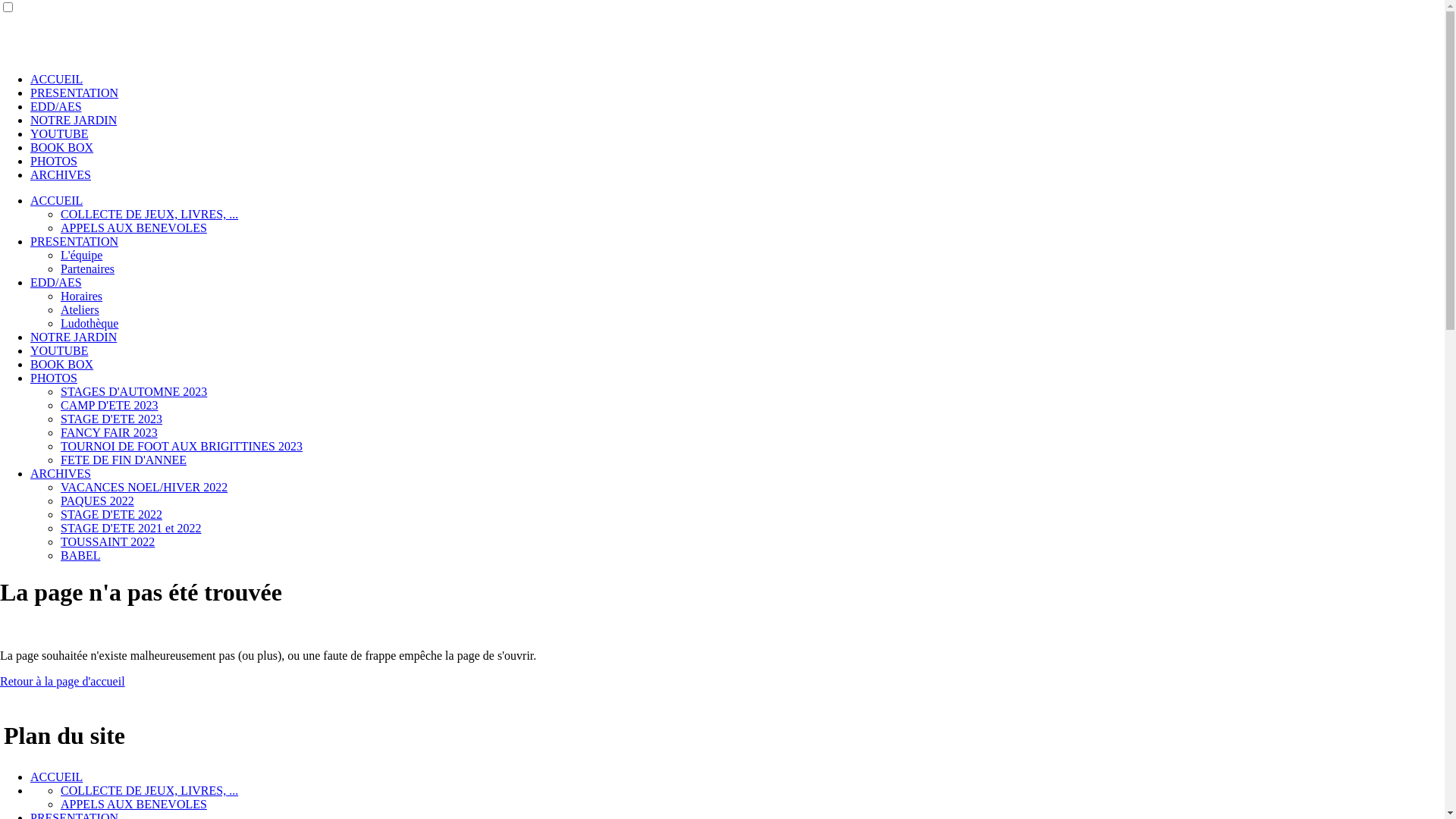  Describe the element at coordinates (79, 309) in the screenshot. I see `'Ateliers'` at that location.